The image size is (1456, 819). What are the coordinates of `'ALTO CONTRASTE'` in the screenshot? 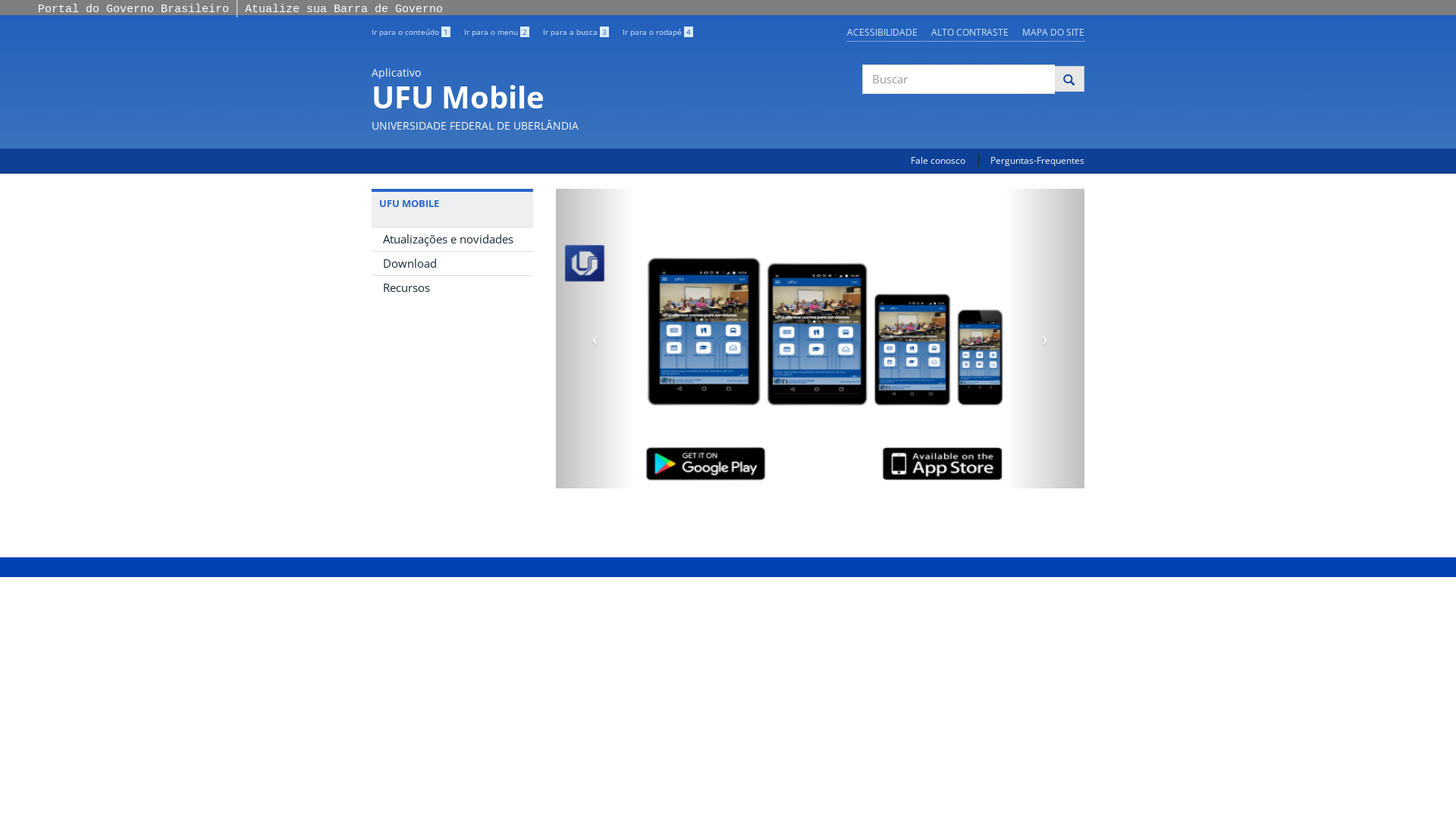 It's located at (968, 32).